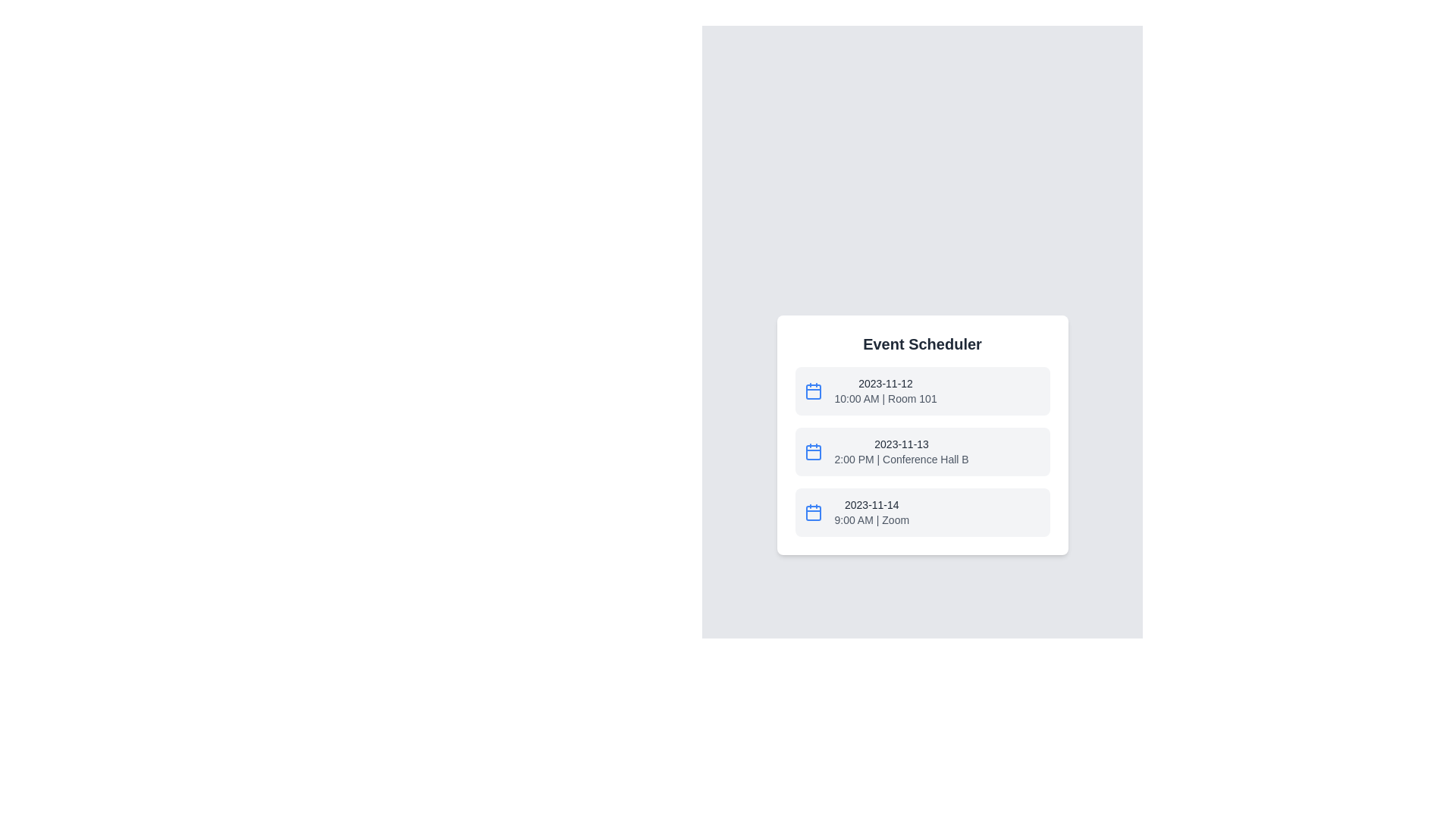 This screenshot has height=819, width=1456. Describe the element at coordinates (921, 512) in the screenshot. I see `the third event card in the 'Event Scheduler' section` at that location.